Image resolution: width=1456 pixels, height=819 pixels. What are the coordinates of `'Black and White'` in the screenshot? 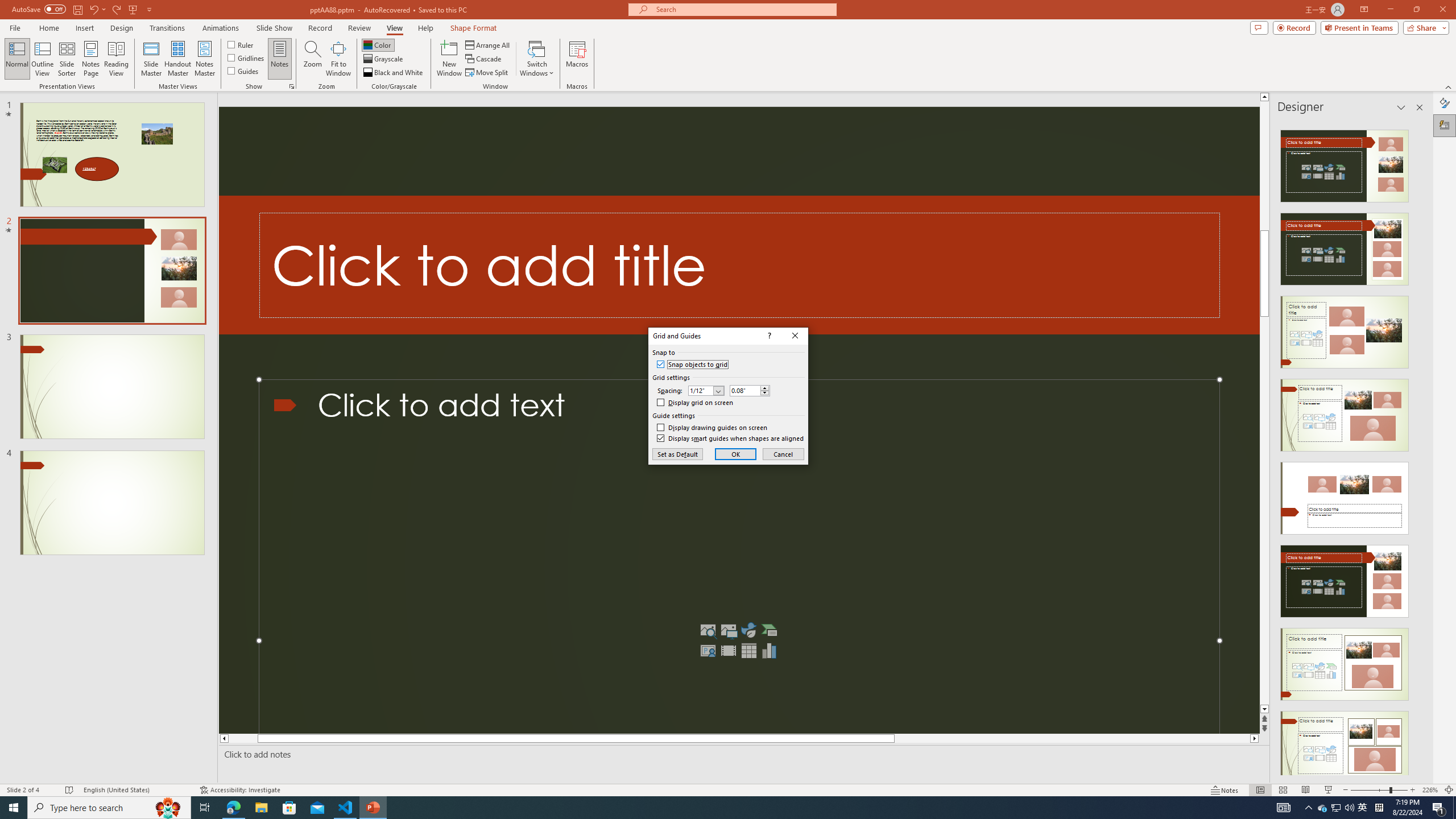 It's located at (394, 72).